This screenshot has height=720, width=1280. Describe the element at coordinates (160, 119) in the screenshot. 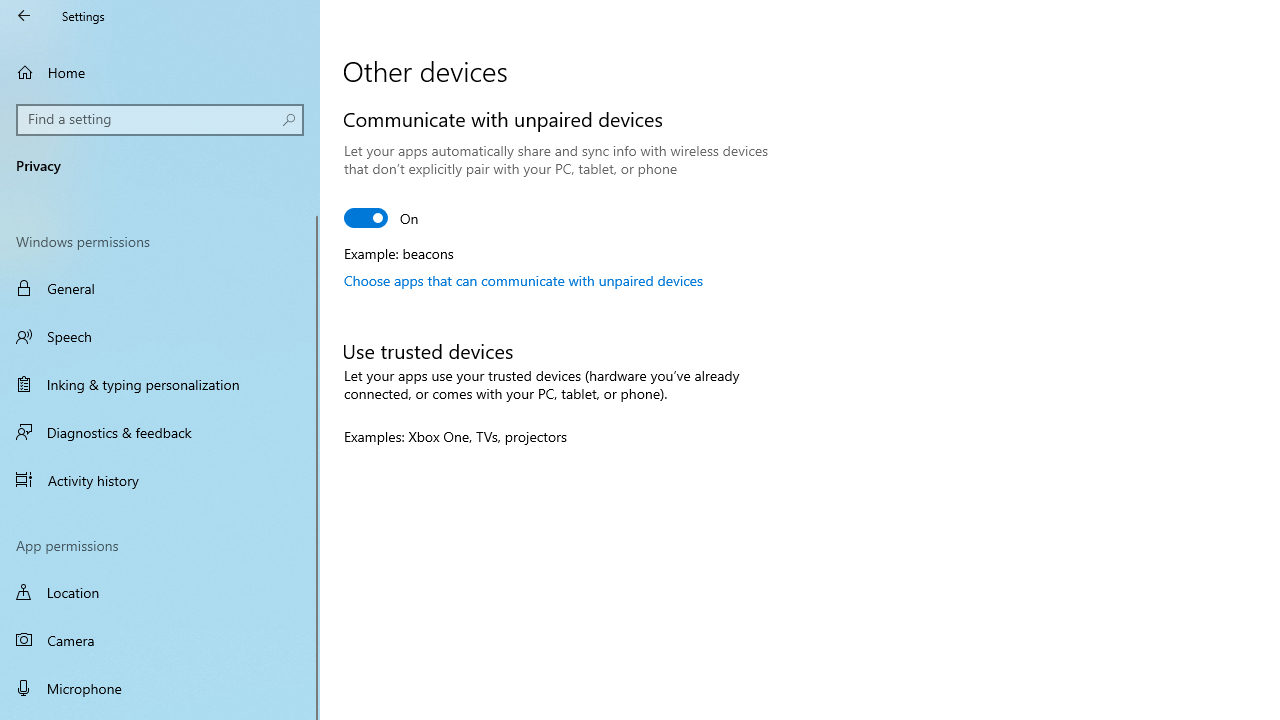

I see `'Search box, Find a setting'` at that location.